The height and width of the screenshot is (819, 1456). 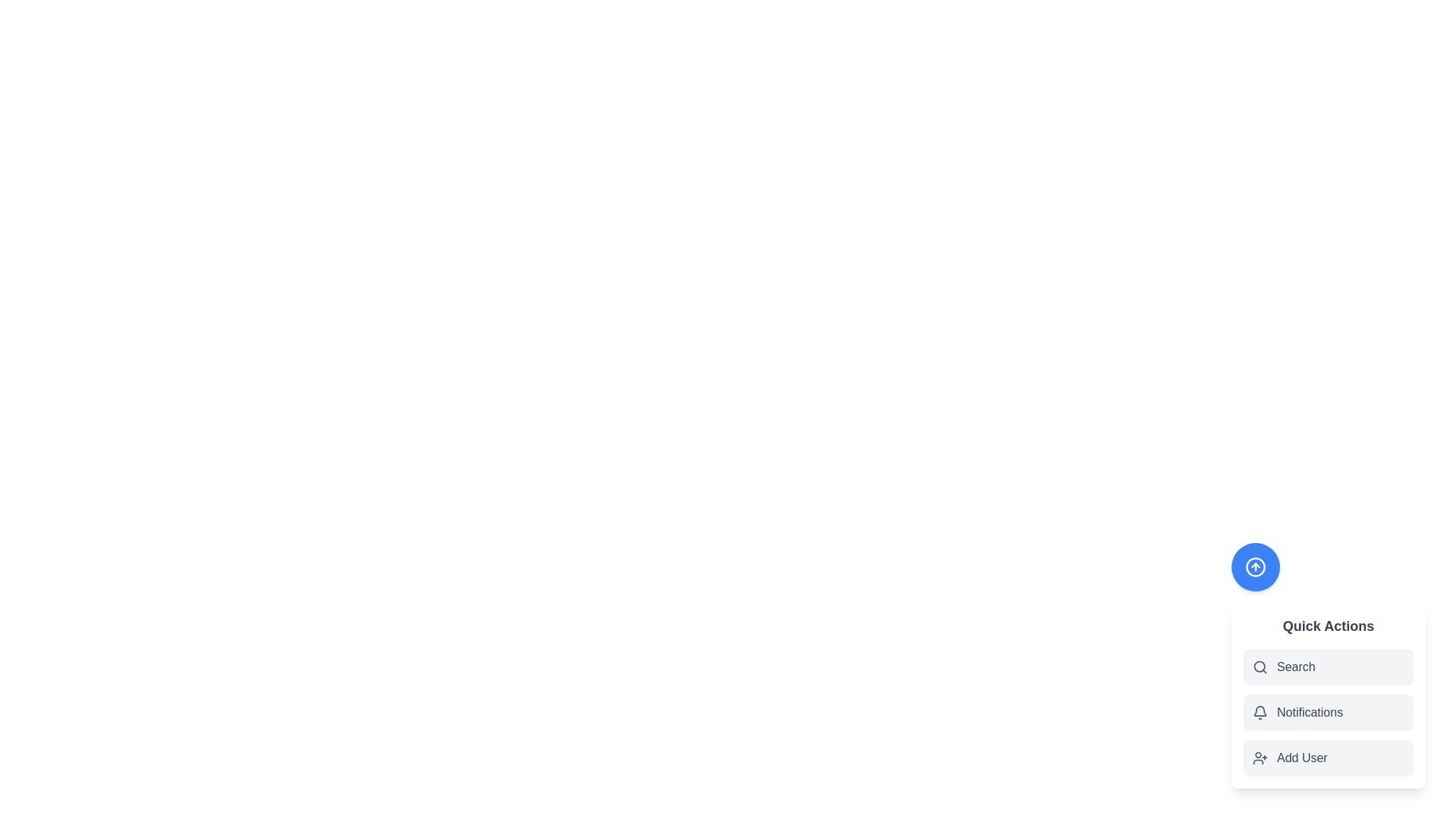 What do you see at coordinates (1260, 711) in the screenshot?
I see `the notification icon` at bounding box center [1260, 711].